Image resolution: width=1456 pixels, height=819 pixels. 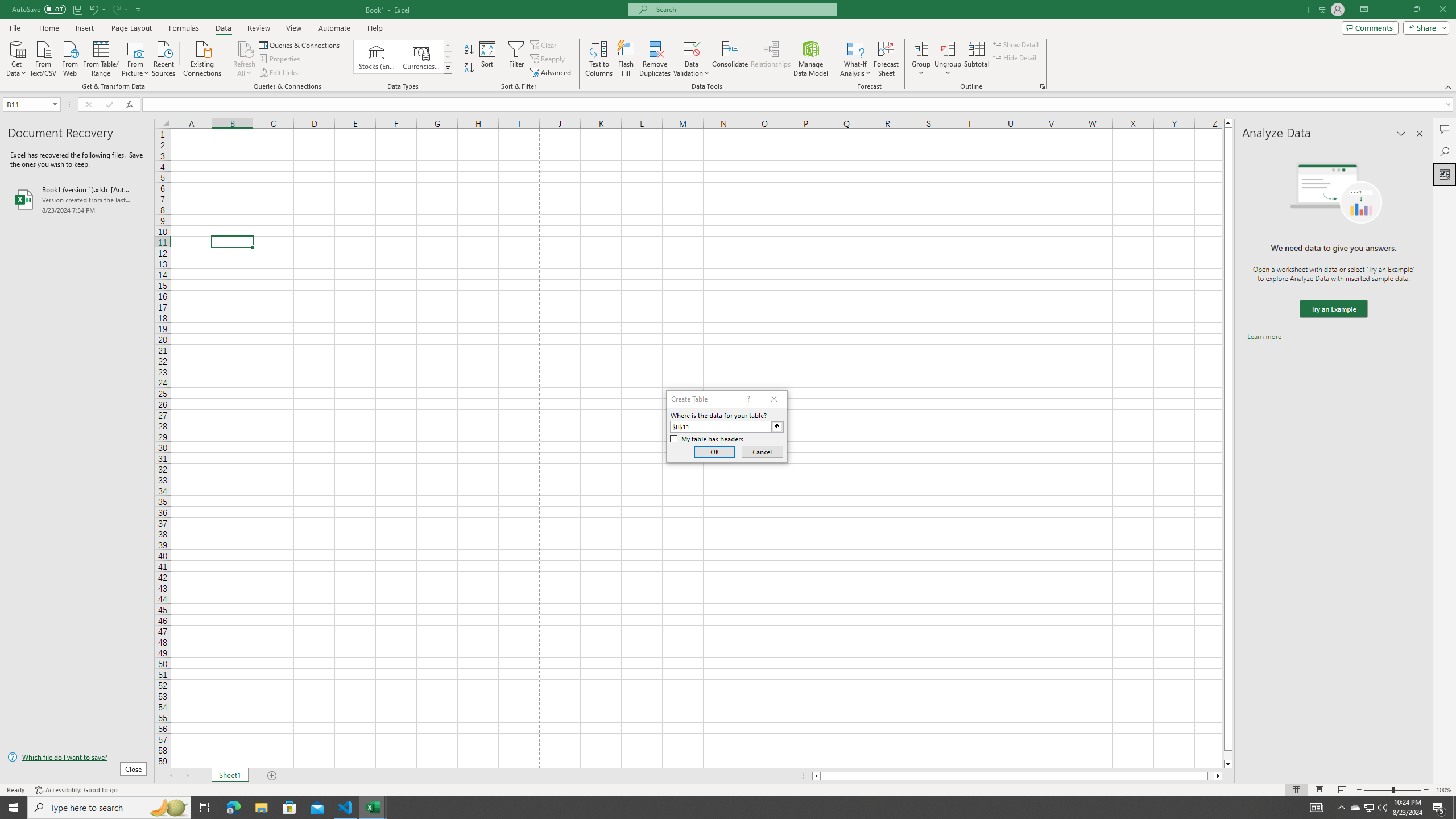 What do you see at coordinates (39, 9) in the screenshot?
I see `'AutoSave'` at bounding box center [39, 9].